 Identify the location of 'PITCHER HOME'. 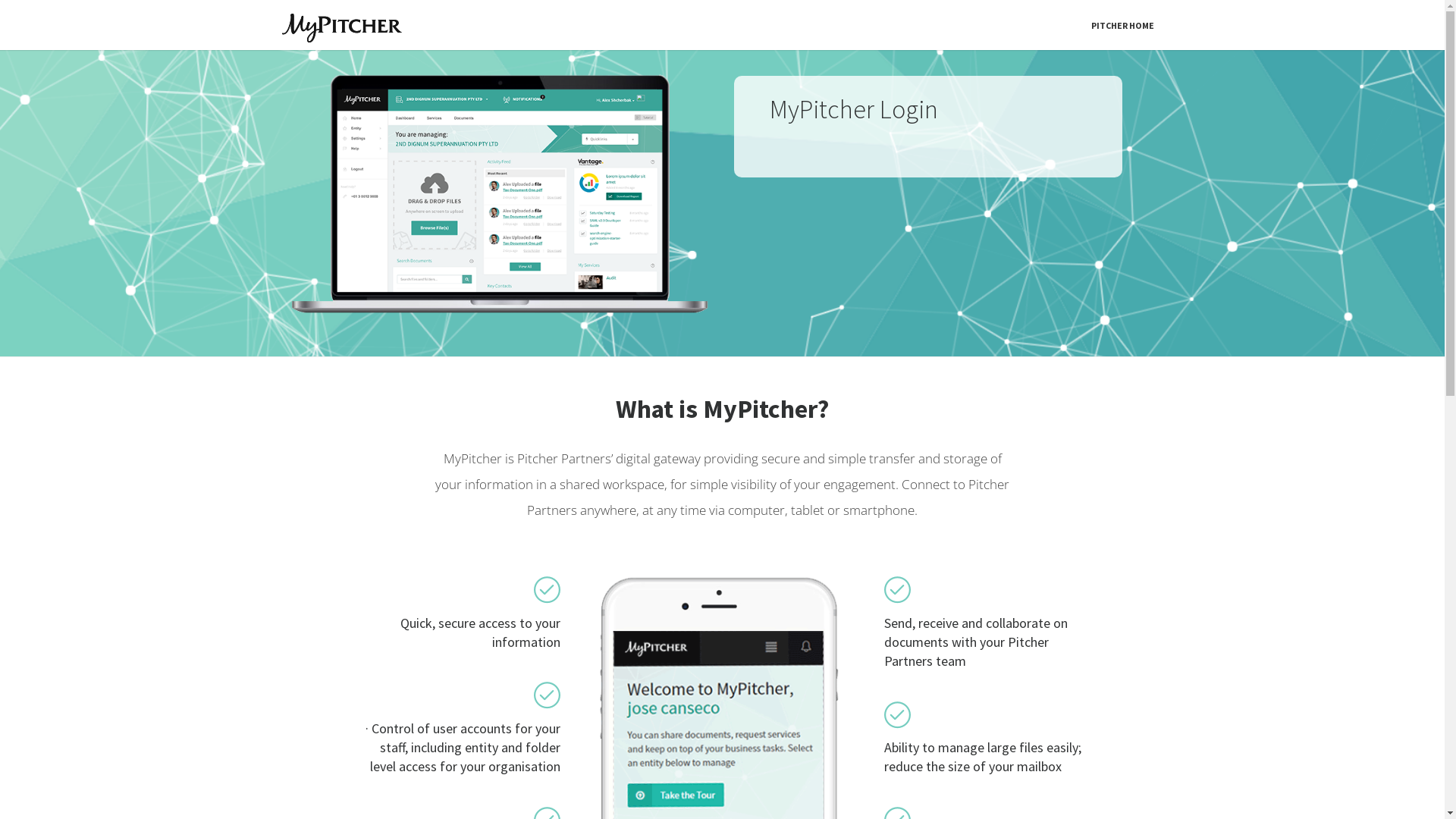
(1082, 25).